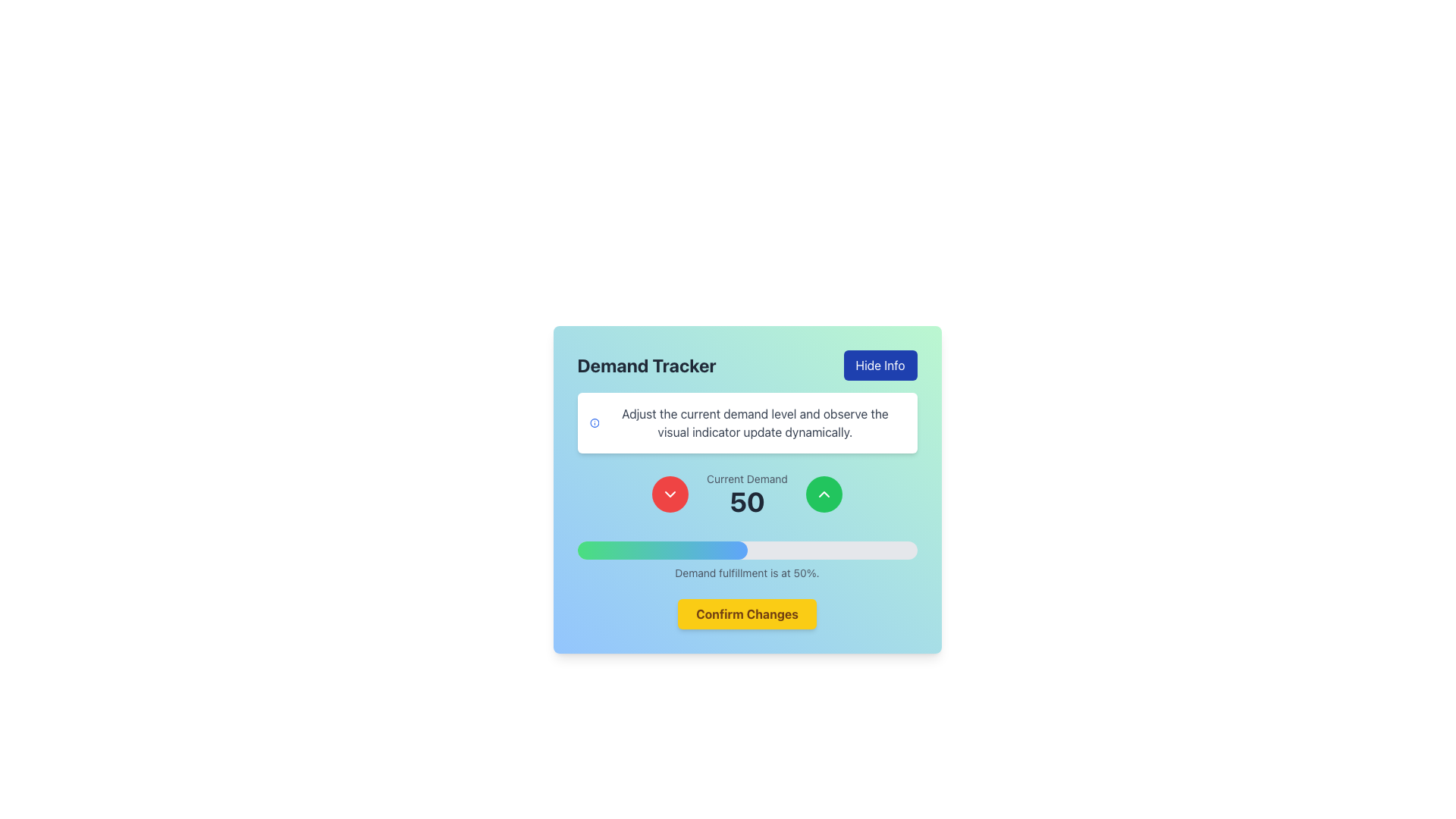 The height and width of the screenshot is (819, 1456). I want to click on the 'Demand Tracker' text label, which is prominently displayed in the header area with a bold, large font and a modern sans-serif typeface, positioned to the left of the 'Hide Info' button, so click(647, 366).